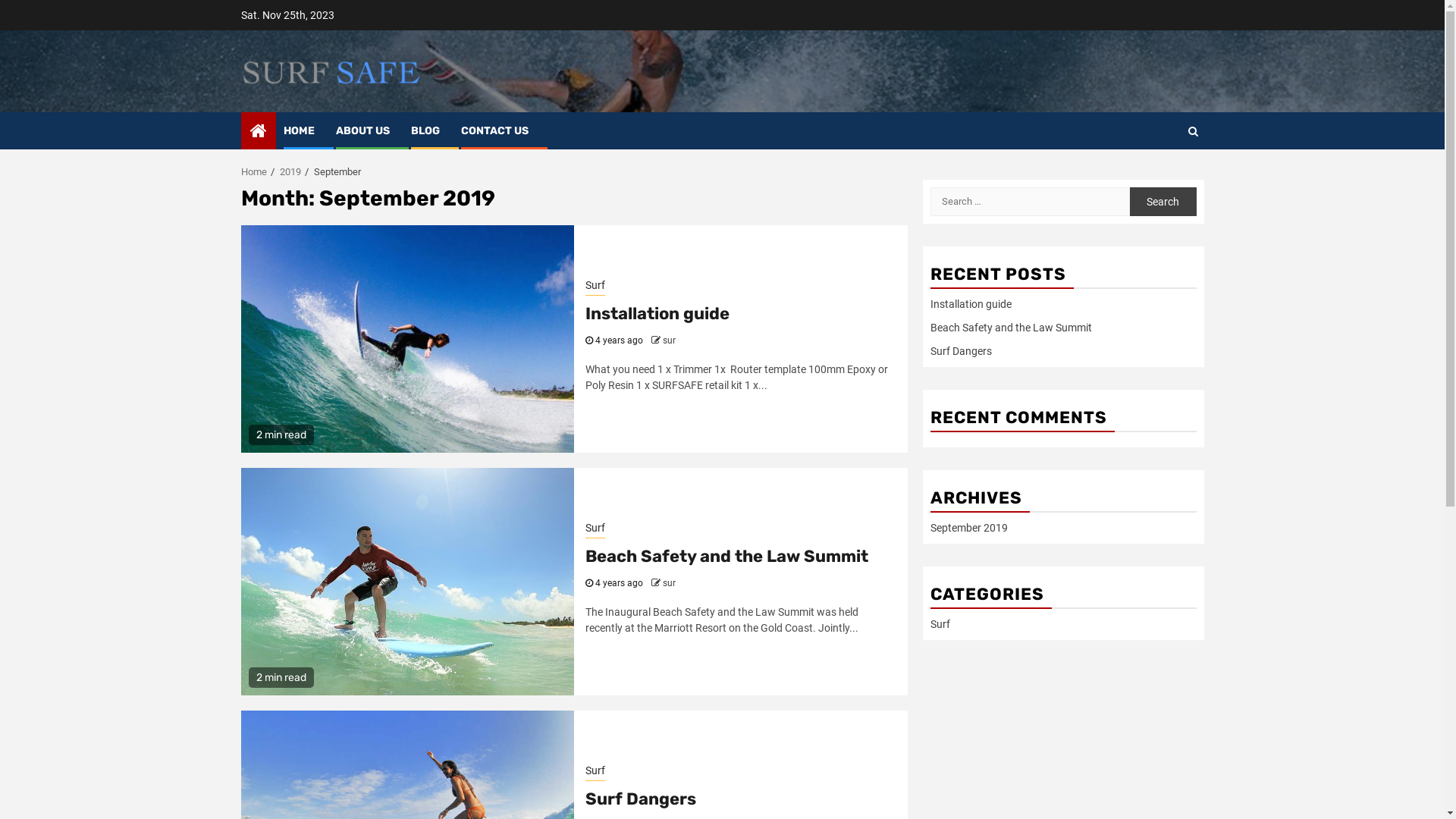 The width and height of the screenshot is (1456, 819). What do you see at coordinates (361, 130) in the screenshot?
I see `'ABOUT US'` at bounding box center [361, 130].